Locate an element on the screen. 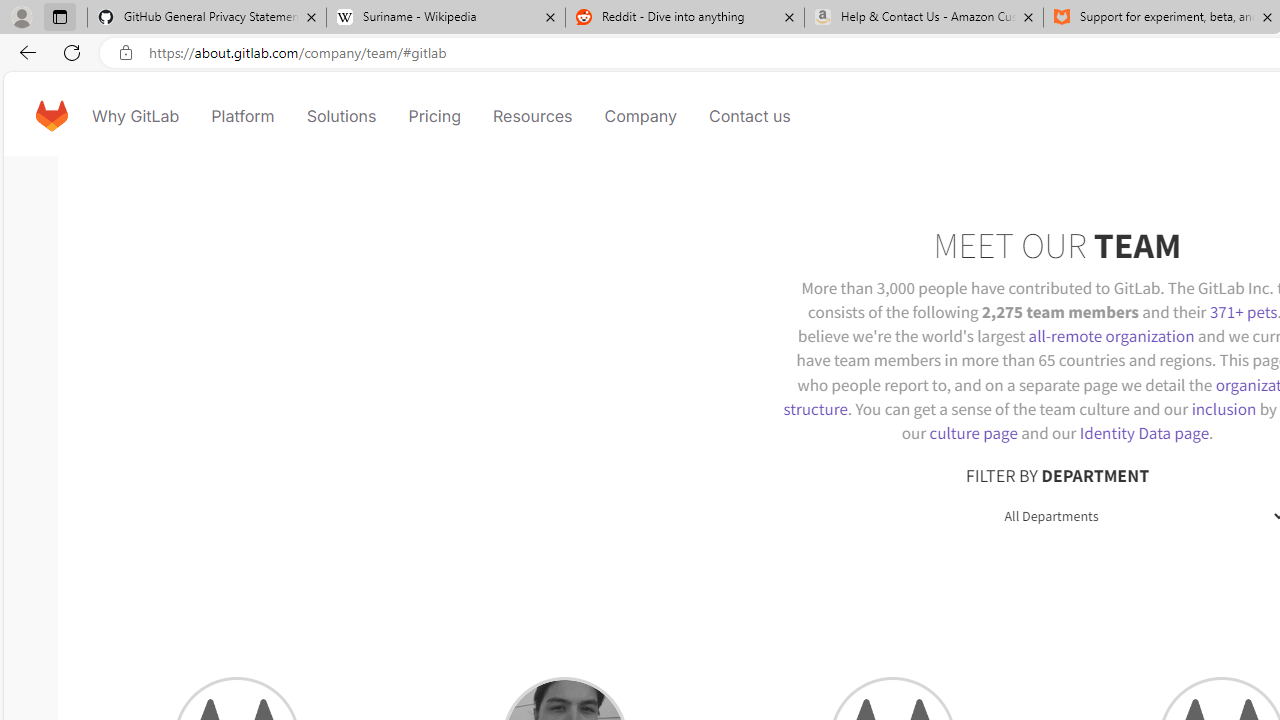 The image size is (1280, 720). 'Reddit - Dive into anything' is located at coordinates (684, 17).